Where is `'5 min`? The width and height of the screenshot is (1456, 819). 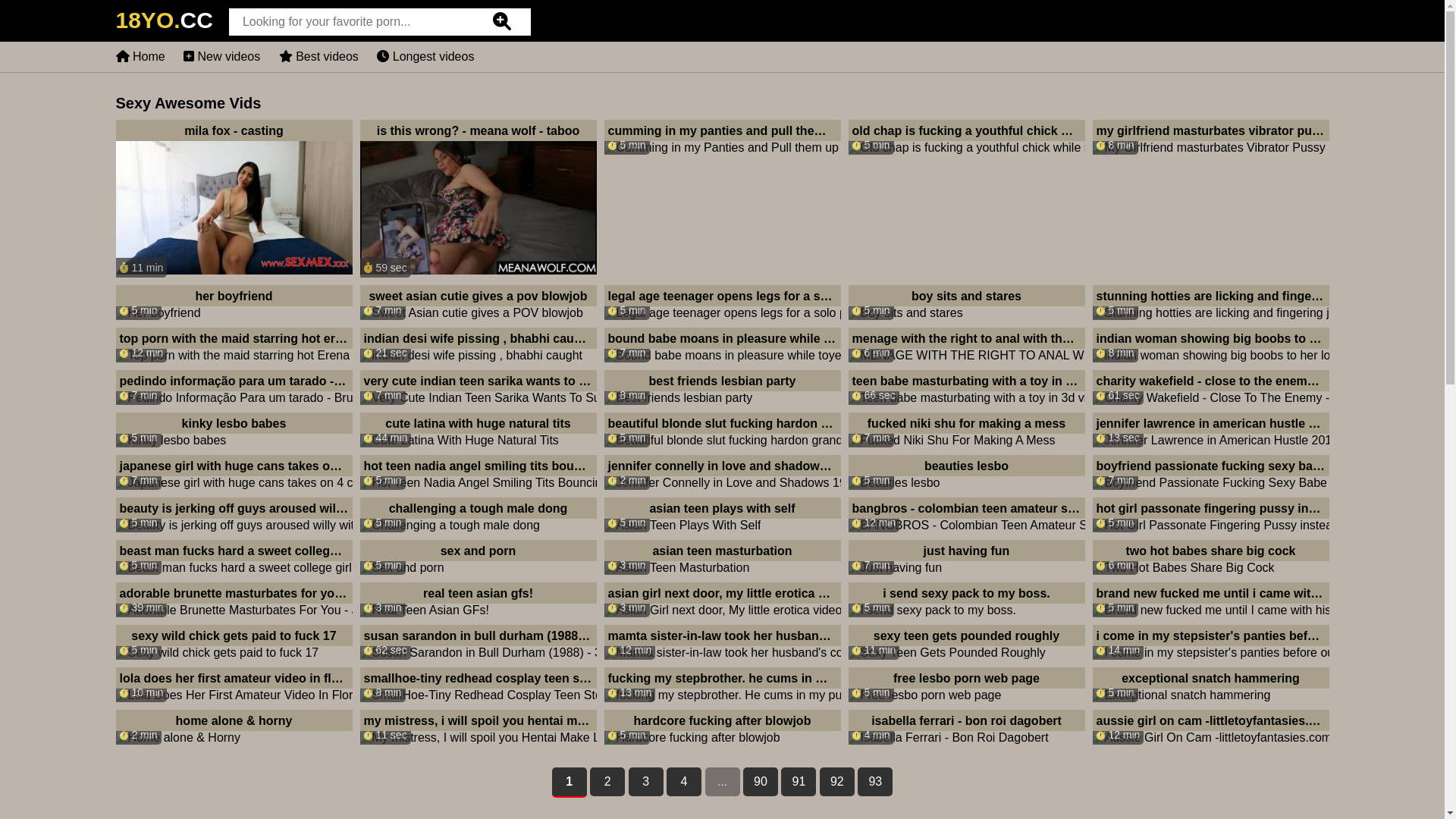 '5 min is located at coordinates (476, 557).